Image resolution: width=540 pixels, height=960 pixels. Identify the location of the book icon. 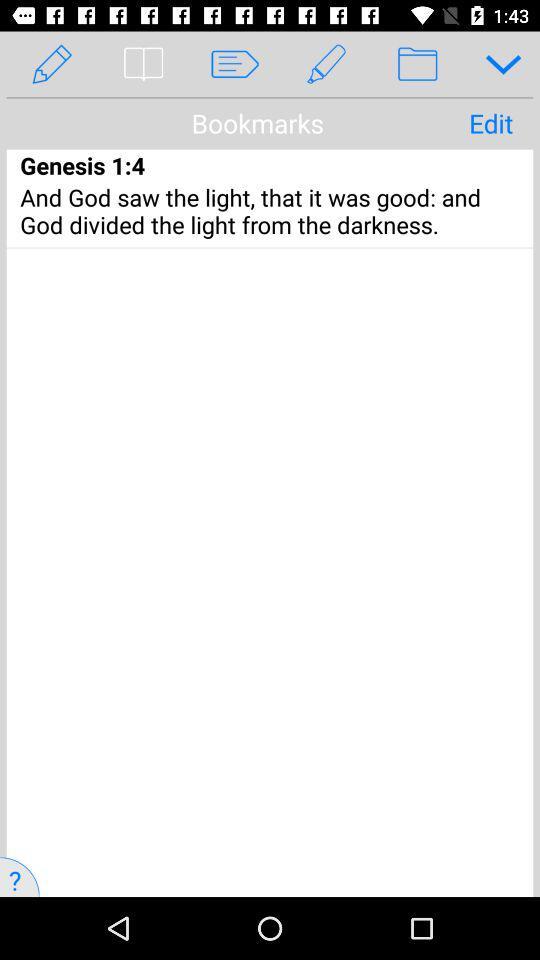
(142, 64).